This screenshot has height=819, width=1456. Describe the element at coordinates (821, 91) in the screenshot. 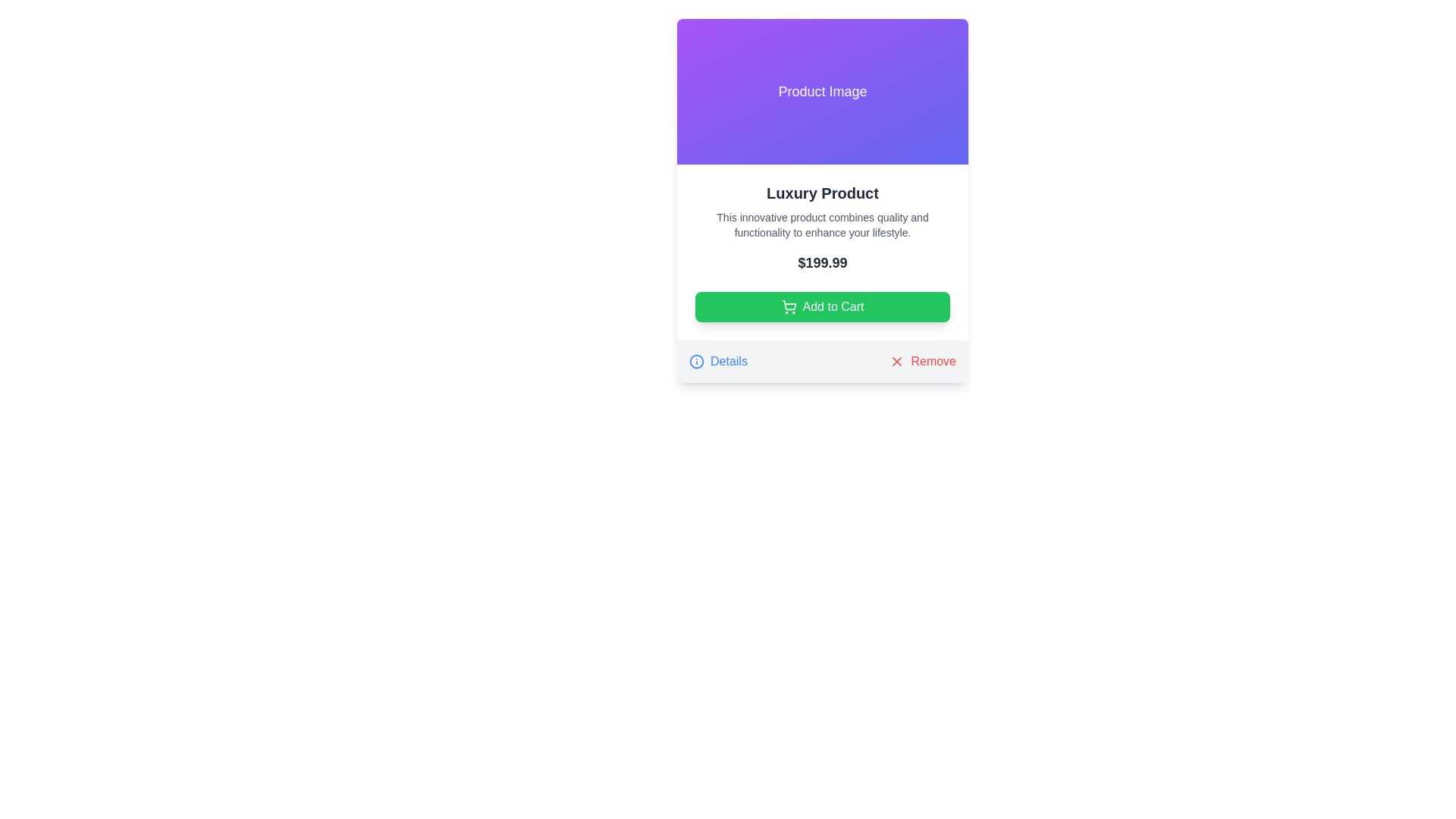

I see `the 'Product Image' text label, which is styled with white text on a purple-to-indigo gradient background and is centrally positioned in the header of the card layout` at that location.